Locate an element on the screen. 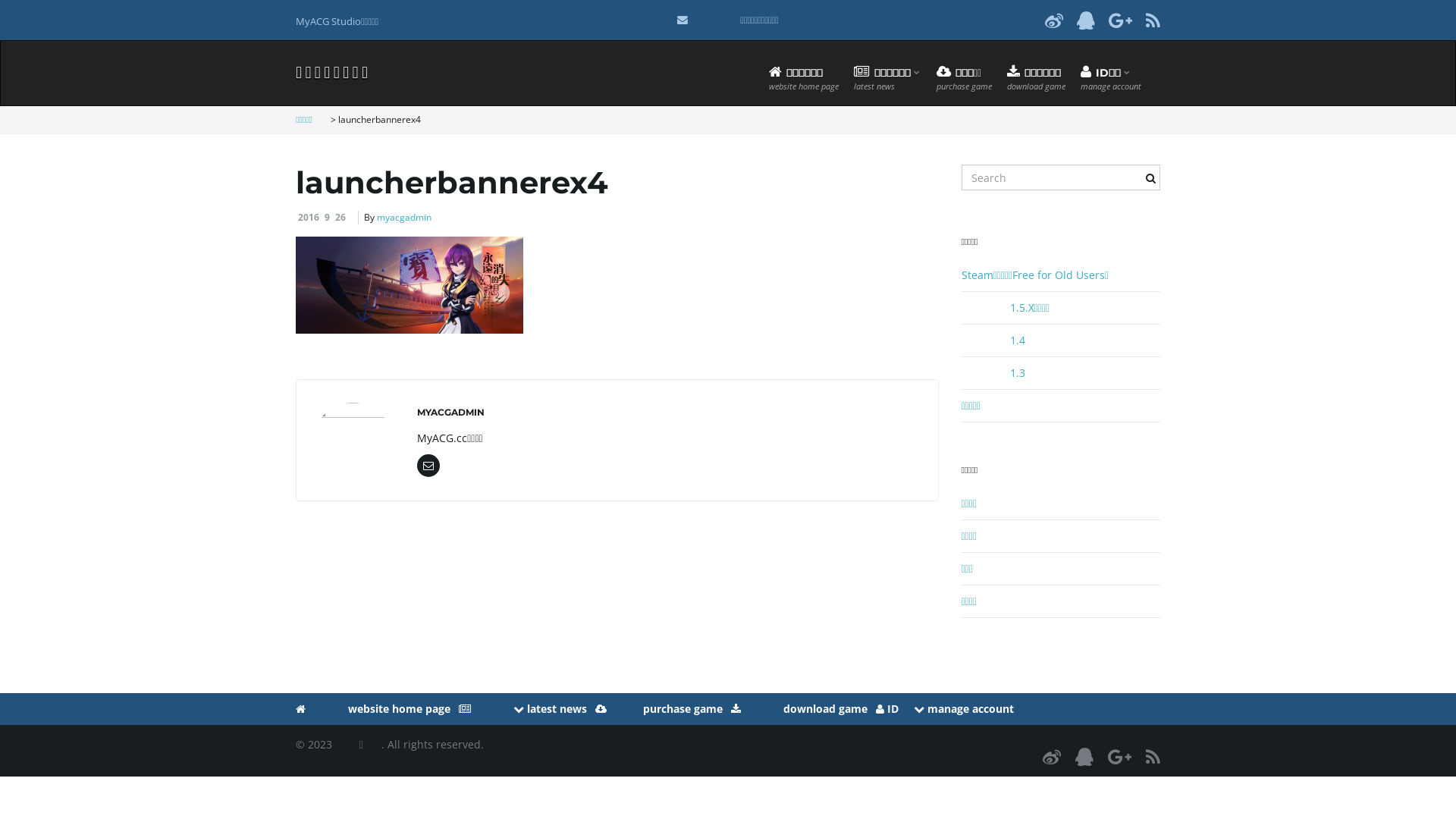 This screenshot has height=819, width=1456. 'Subscribe MyACG Studio RSS' is located at coordinates (1153, 756).